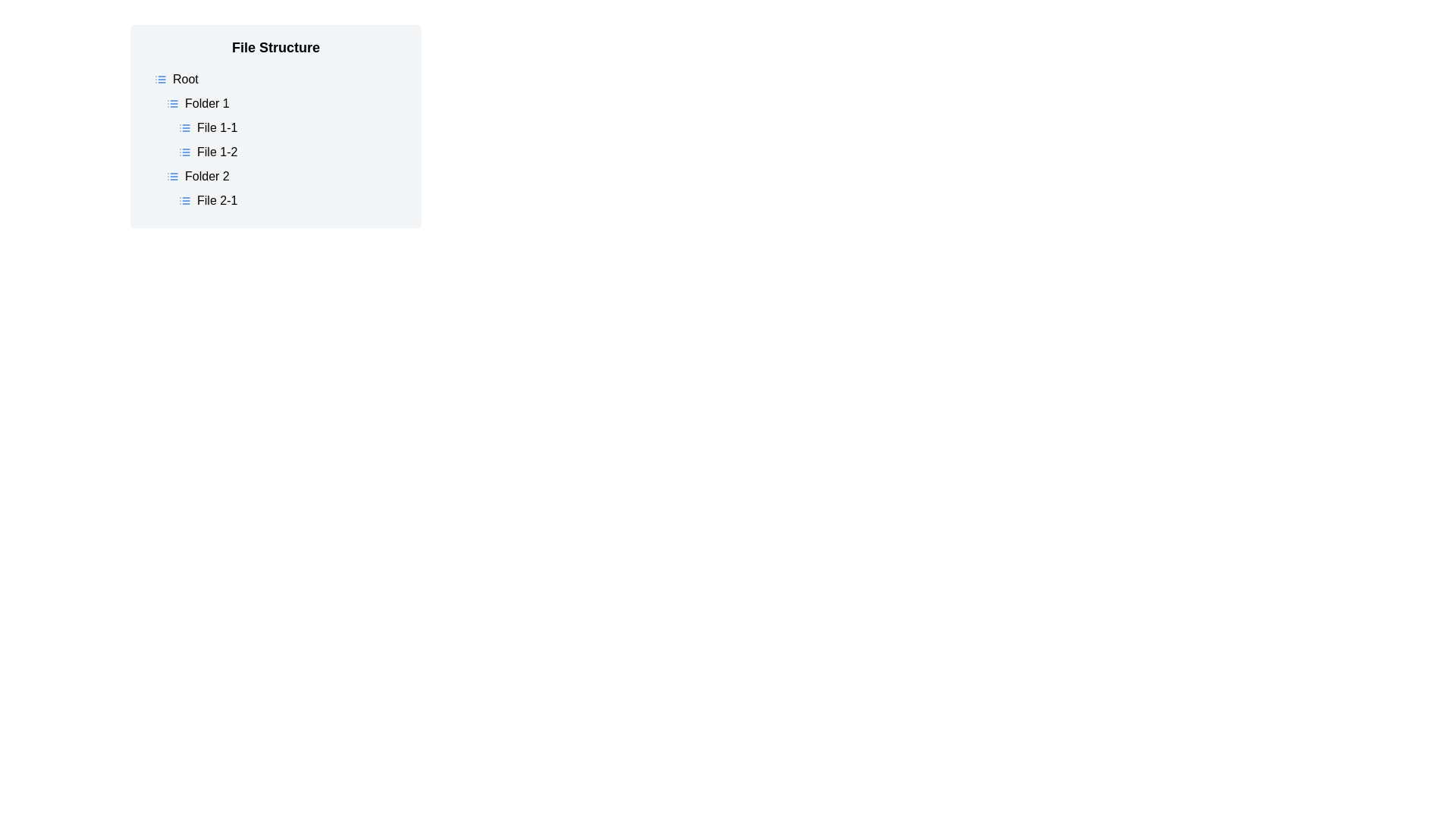  I want to click on the Hierarchy View element that visually resembles a hierarchical file structure containing items like 'Root', 'Folder 1', 'File 1-1', and 'File 1-2', so click(282, 140).